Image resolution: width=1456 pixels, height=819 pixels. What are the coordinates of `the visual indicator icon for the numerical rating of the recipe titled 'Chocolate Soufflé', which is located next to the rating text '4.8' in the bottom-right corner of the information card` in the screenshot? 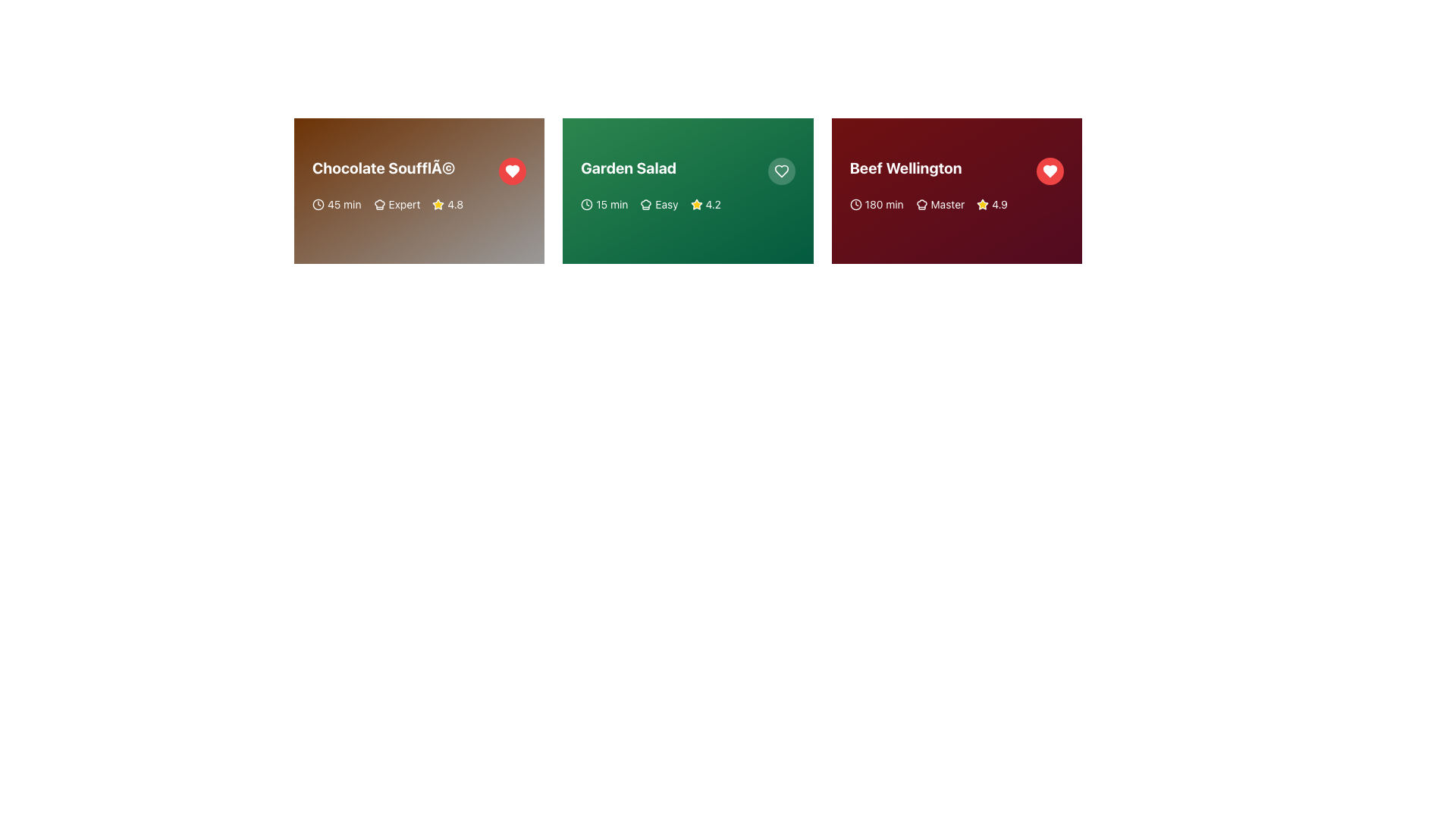 It's located at (438, 203).